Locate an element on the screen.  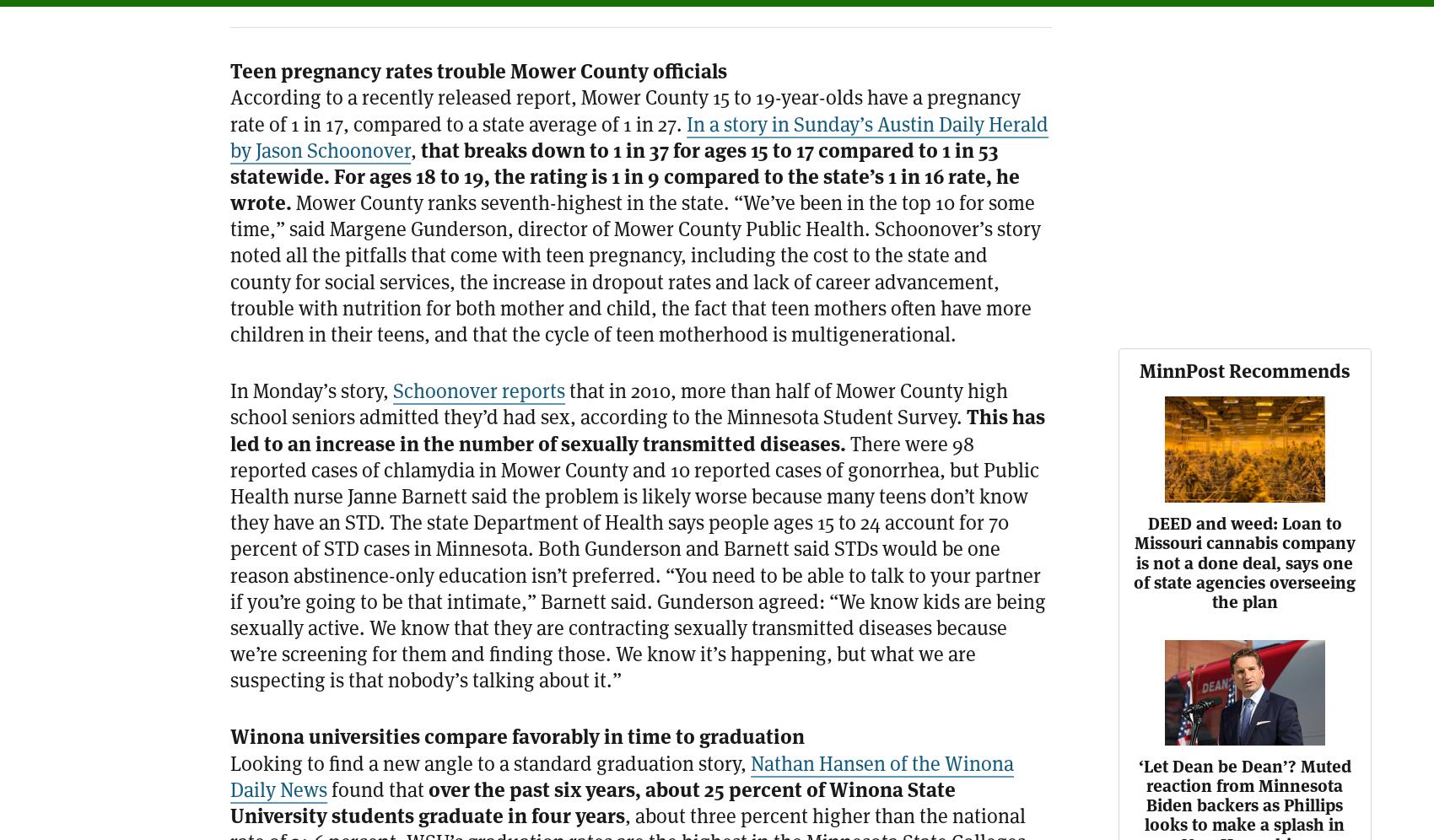
',' is located at coordinates (415, 149).